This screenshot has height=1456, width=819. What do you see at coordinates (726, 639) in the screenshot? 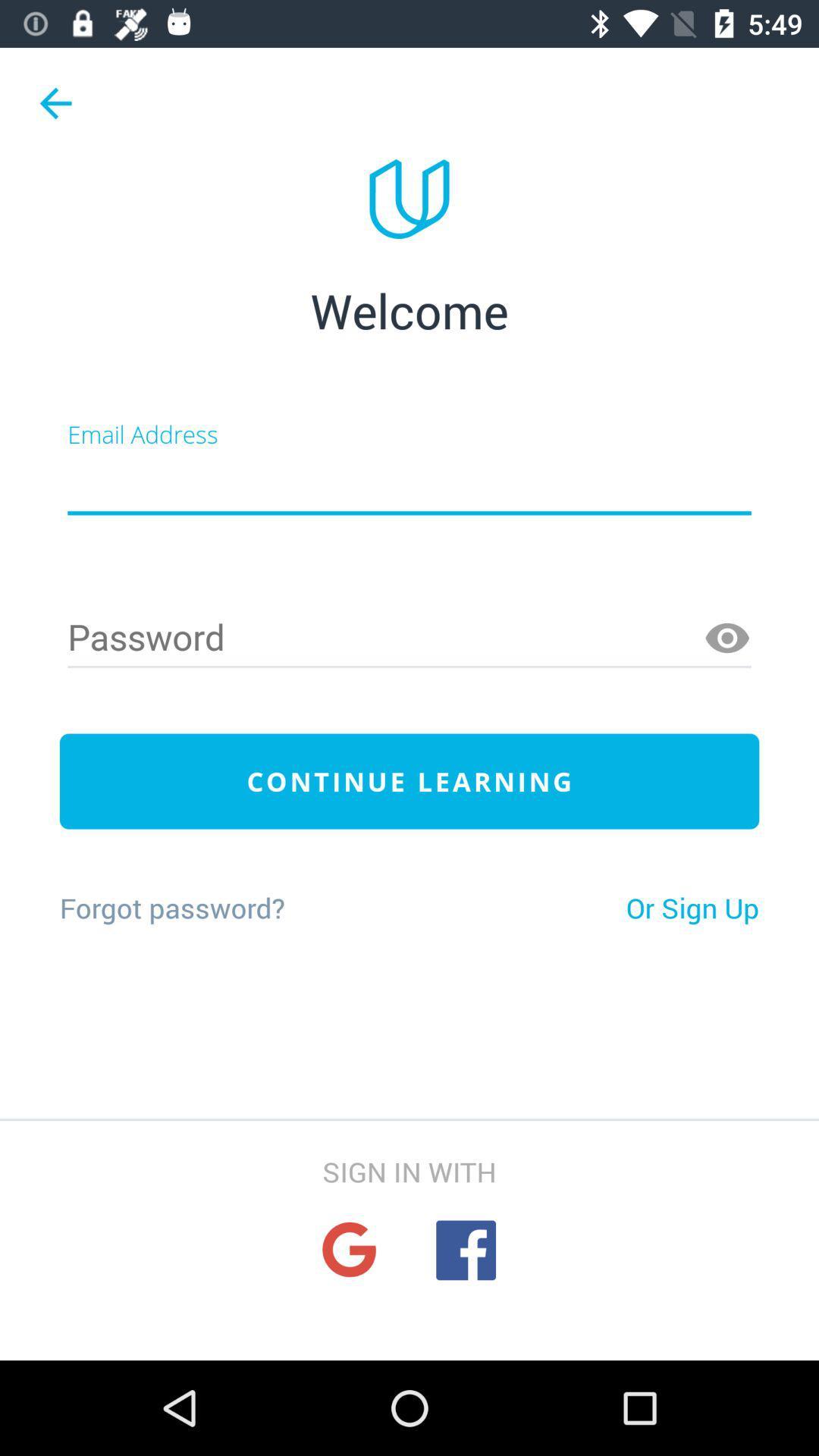
I see `hide password` at bounding box center [726, 639].